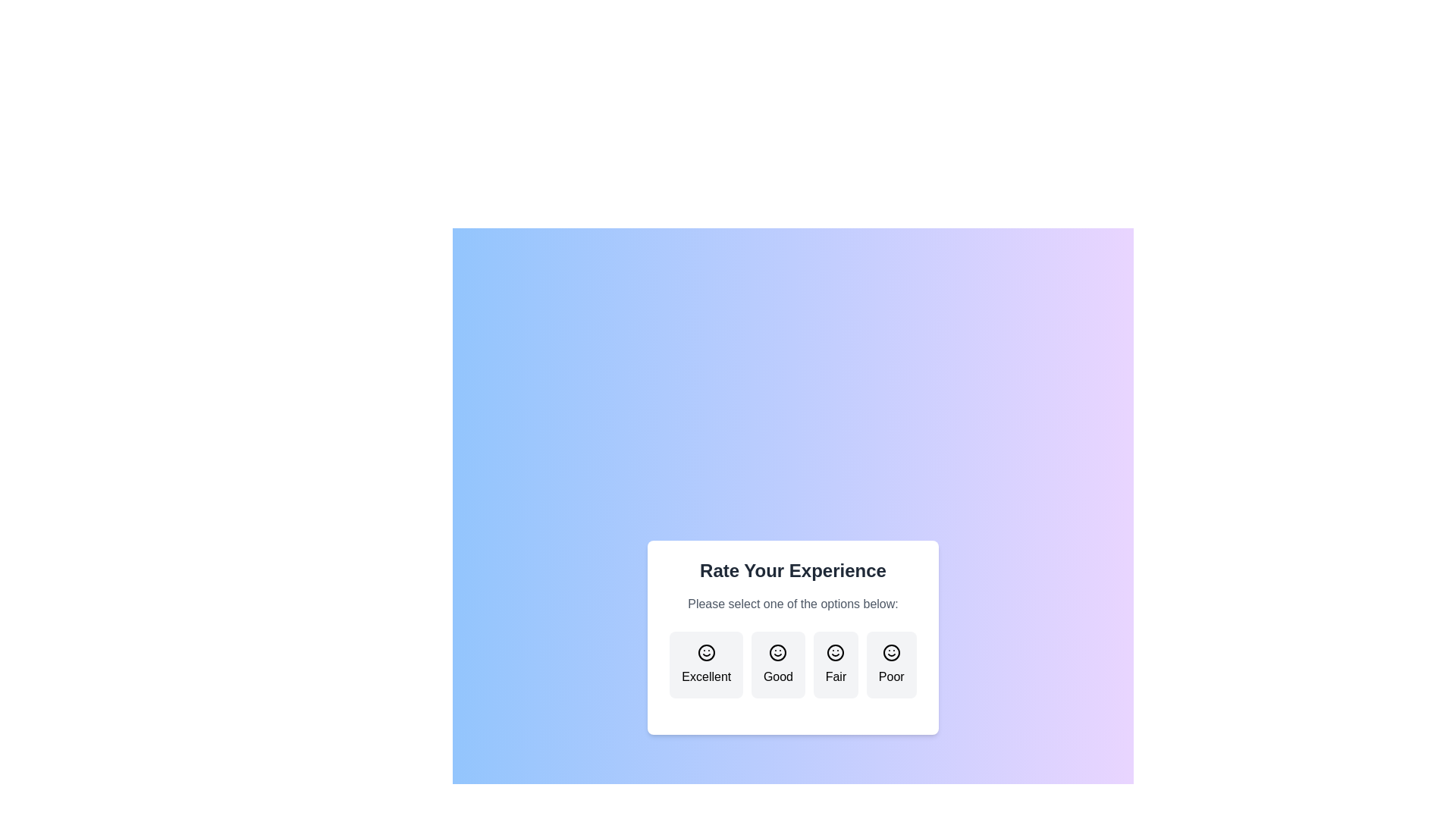 This screenshot has height=819, width=1456. Describe the element at coordinates (891, 651) in the screenshot. I see `the SVG circle element representing the 'Poor' rating in the smiley face icon, which is located at the center of the icon under the text 'Please select one of the options below.'` at that location.